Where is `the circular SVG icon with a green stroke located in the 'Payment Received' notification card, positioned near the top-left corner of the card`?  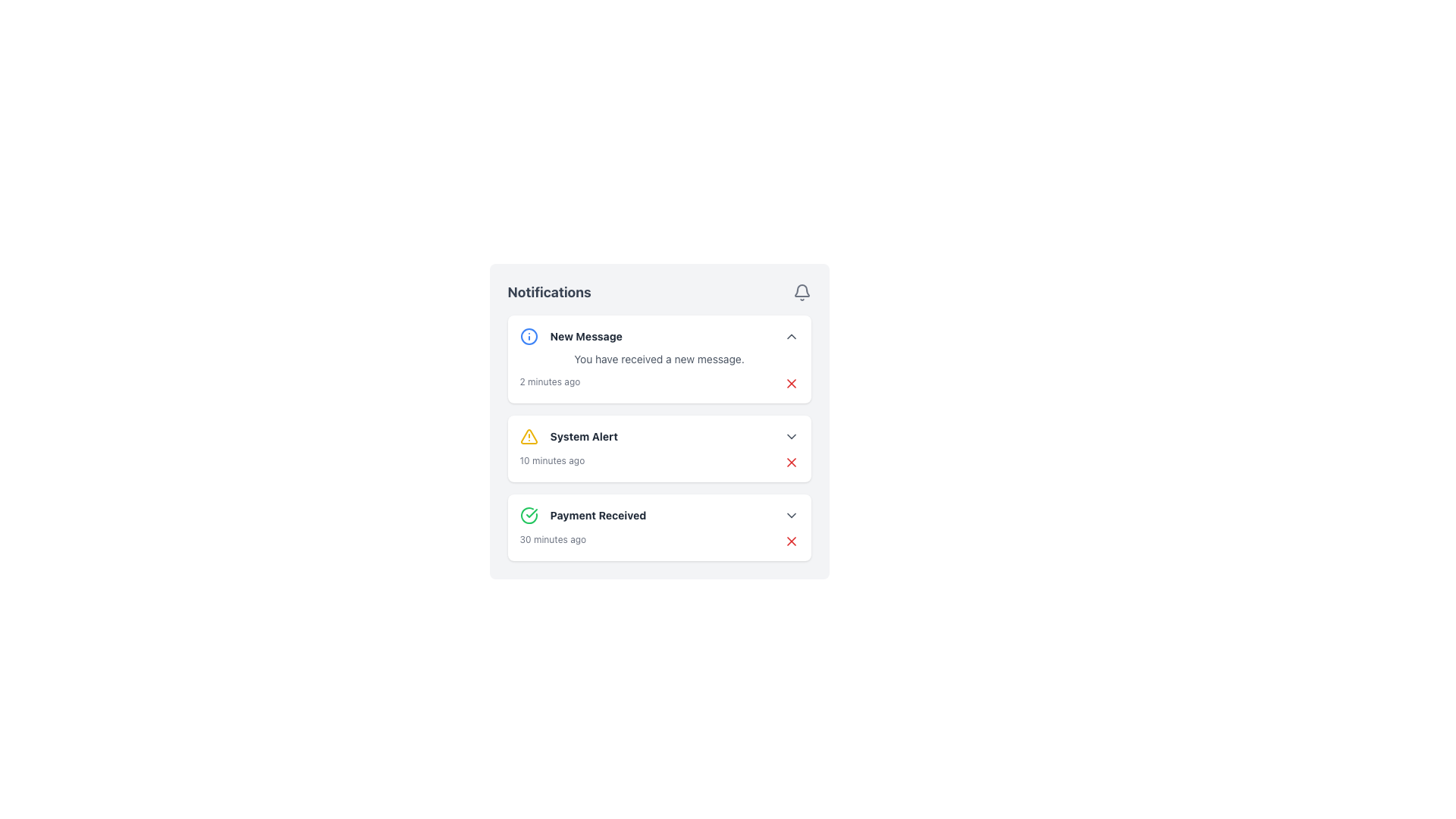
the circular SVG icon with a green stroke located in the 'Payment Received' notification card, positioned near the top-left corner of the card is located at coordinates (529, 514).